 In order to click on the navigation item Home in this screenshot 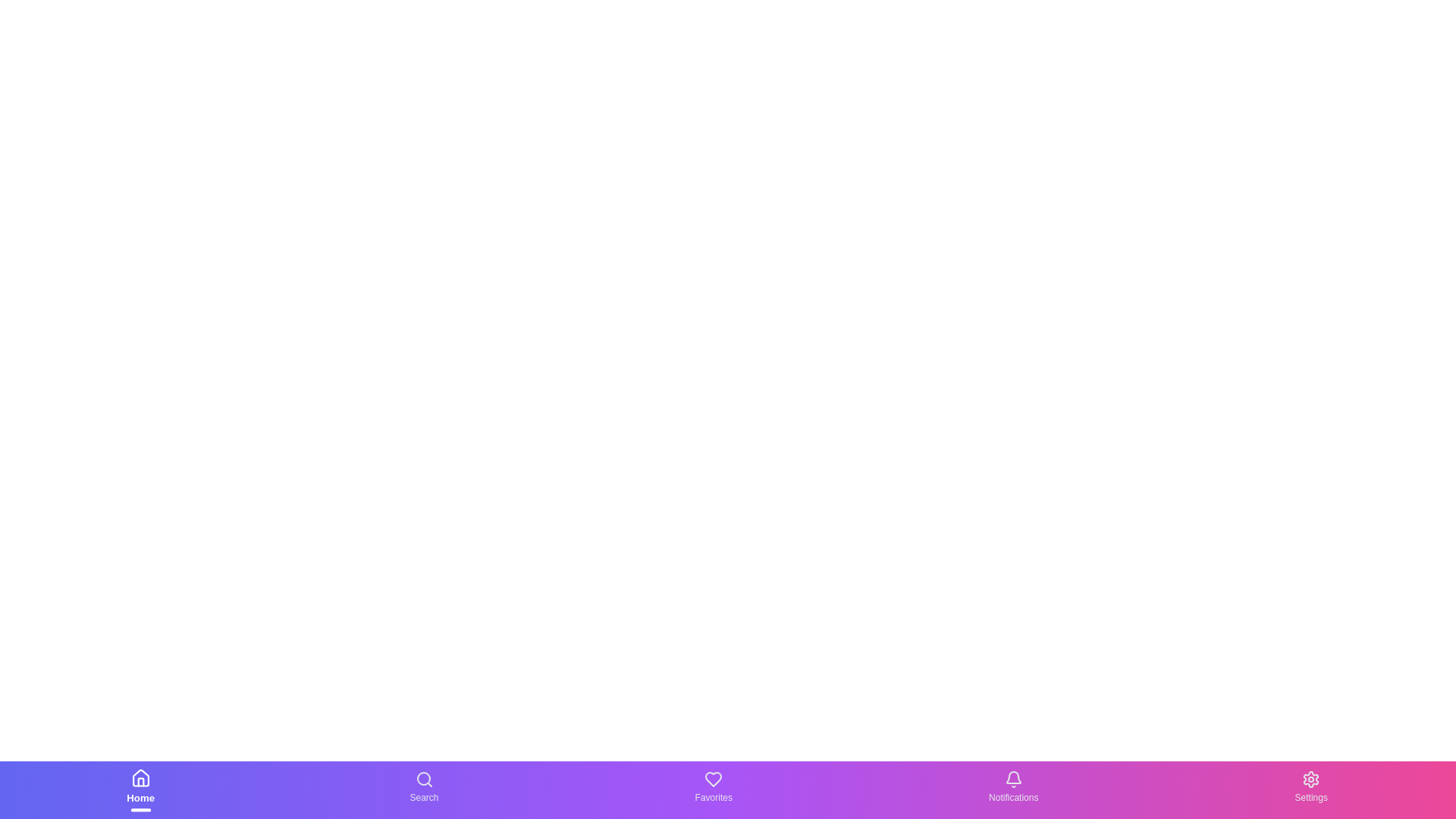, I will do `click(140, 789)`.